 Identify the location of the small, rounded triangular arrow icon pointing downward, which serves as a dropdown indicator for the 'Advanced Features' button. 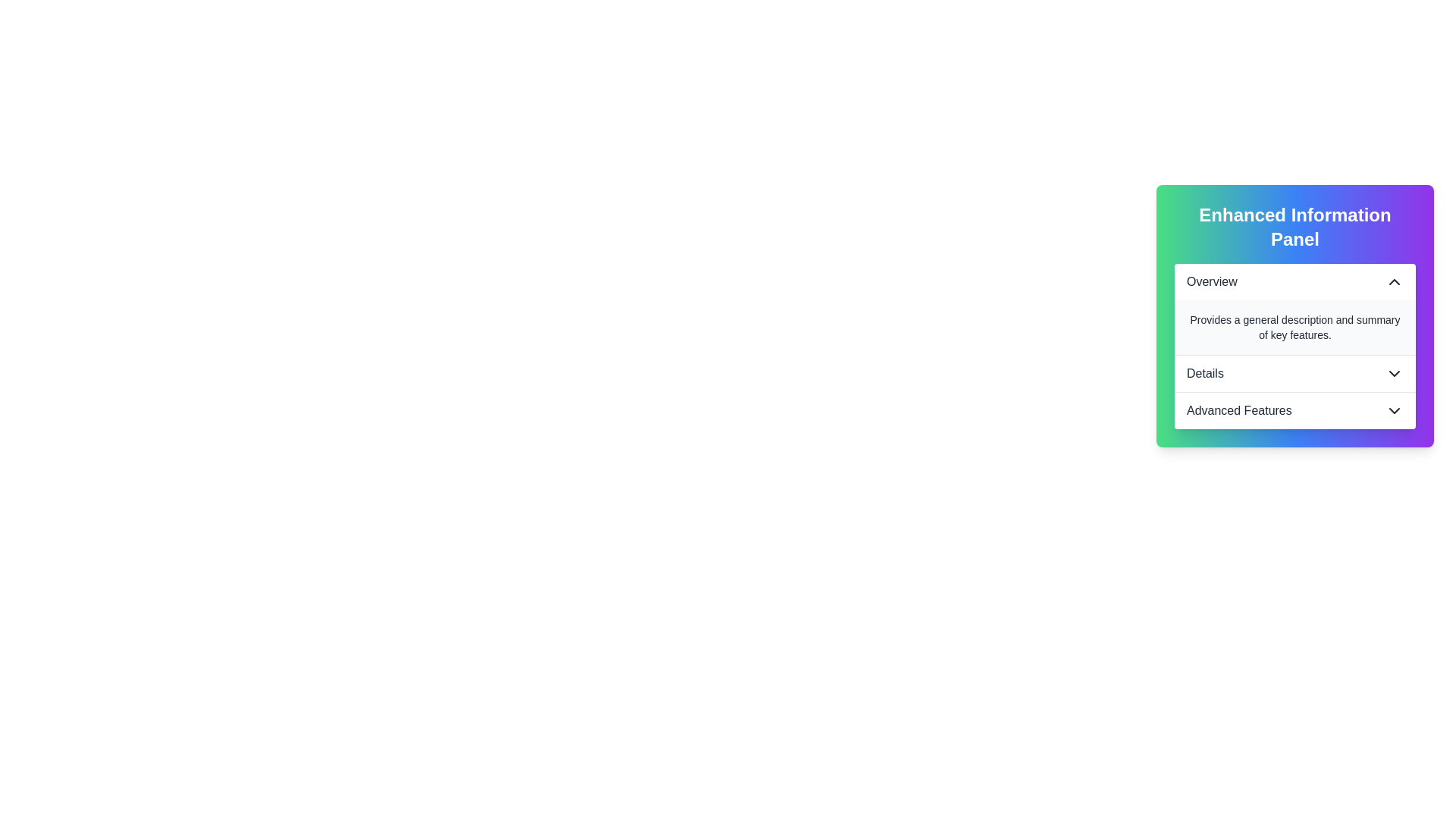
(1394, 411).